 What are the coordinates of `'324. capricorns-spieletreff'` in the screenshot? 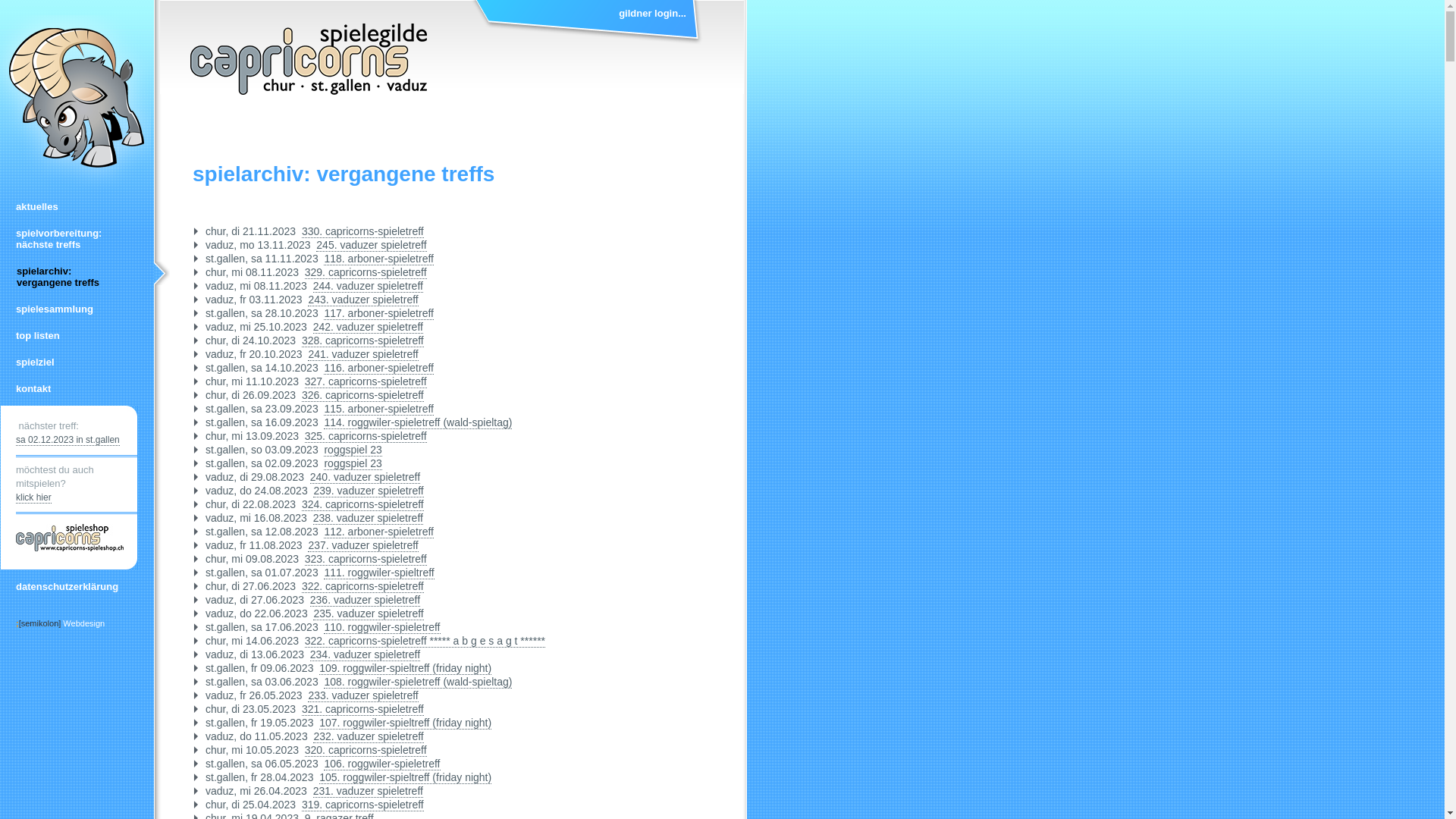 It's located at (362, 504).